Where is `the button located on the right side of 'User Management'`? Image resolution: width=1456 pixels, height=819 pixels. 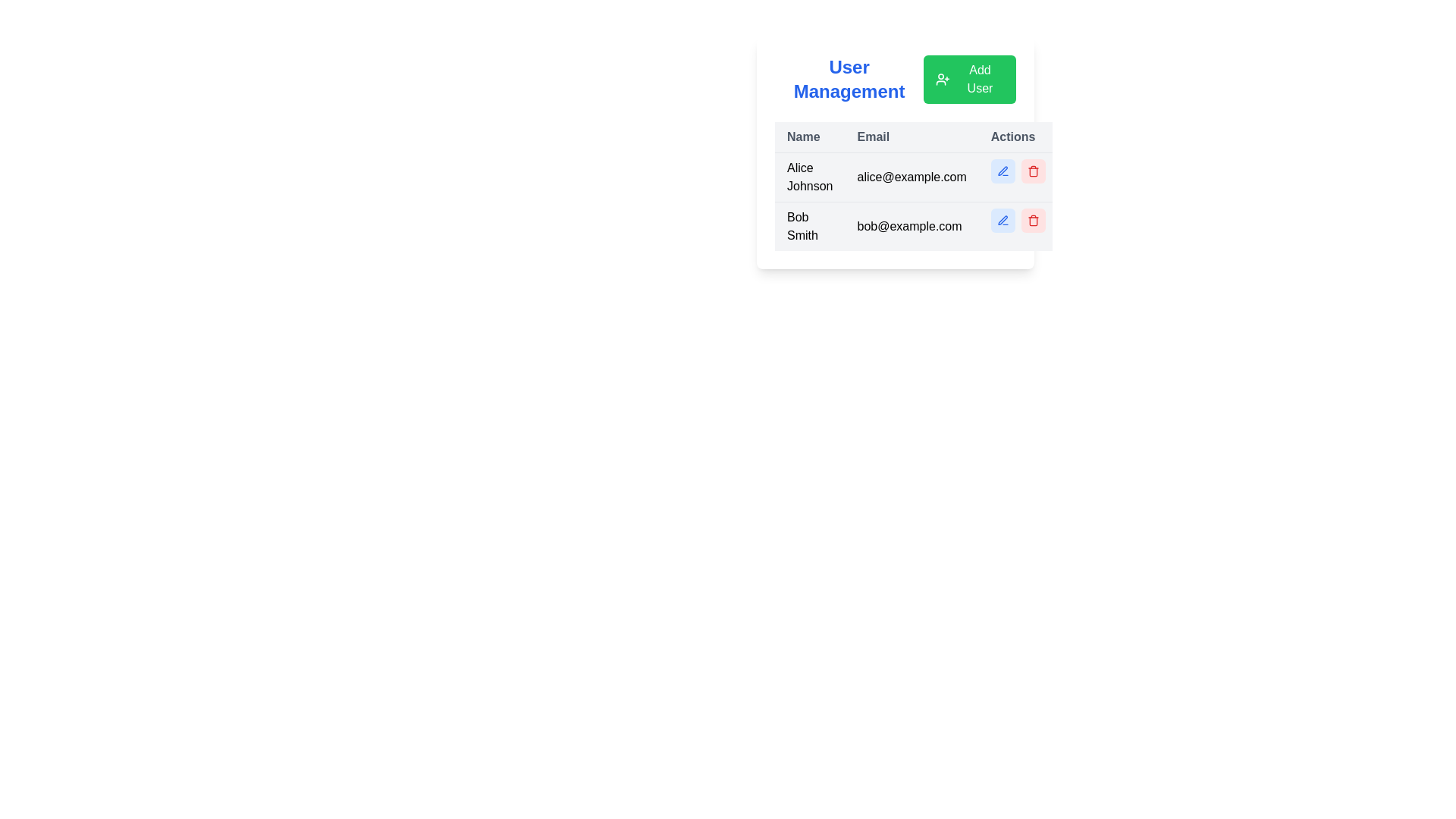
the button located on the right side of 'User Management' is located at coordinates (968, 79).